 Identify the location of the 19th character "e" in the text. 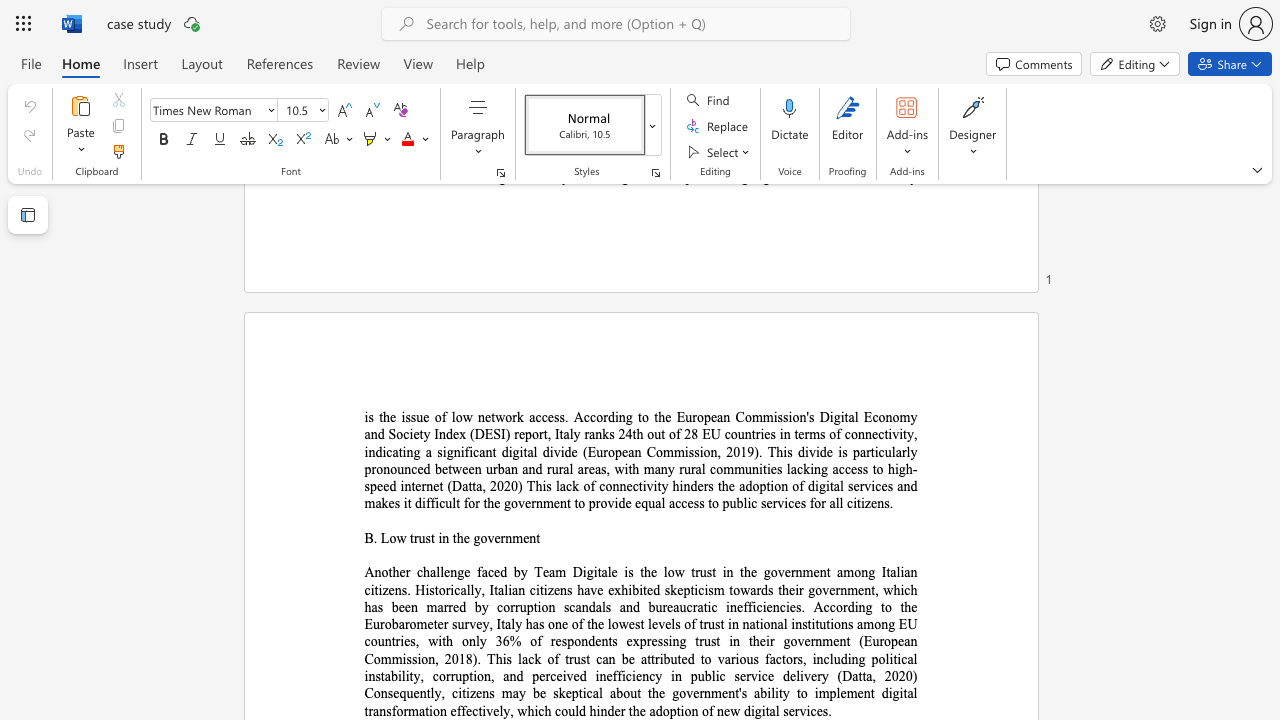
(470, 469).